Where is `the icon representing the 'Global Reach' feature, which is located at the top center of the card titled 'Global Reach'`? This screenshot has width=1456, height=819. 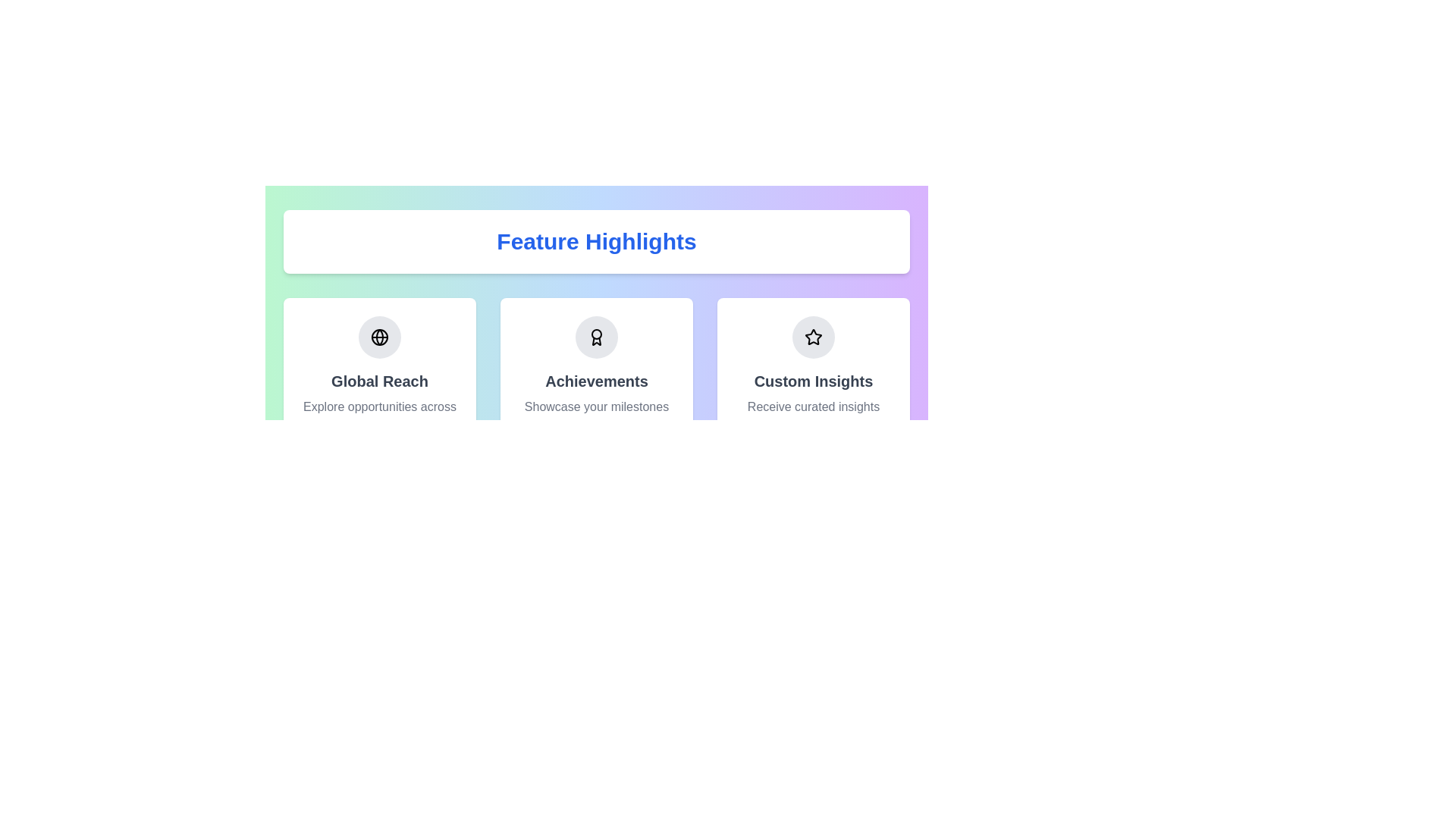 the icon representing the 'Global Reach' feature, which is located at the top center of the card titled 'Global Reach' is located at coordinates (379, 336).